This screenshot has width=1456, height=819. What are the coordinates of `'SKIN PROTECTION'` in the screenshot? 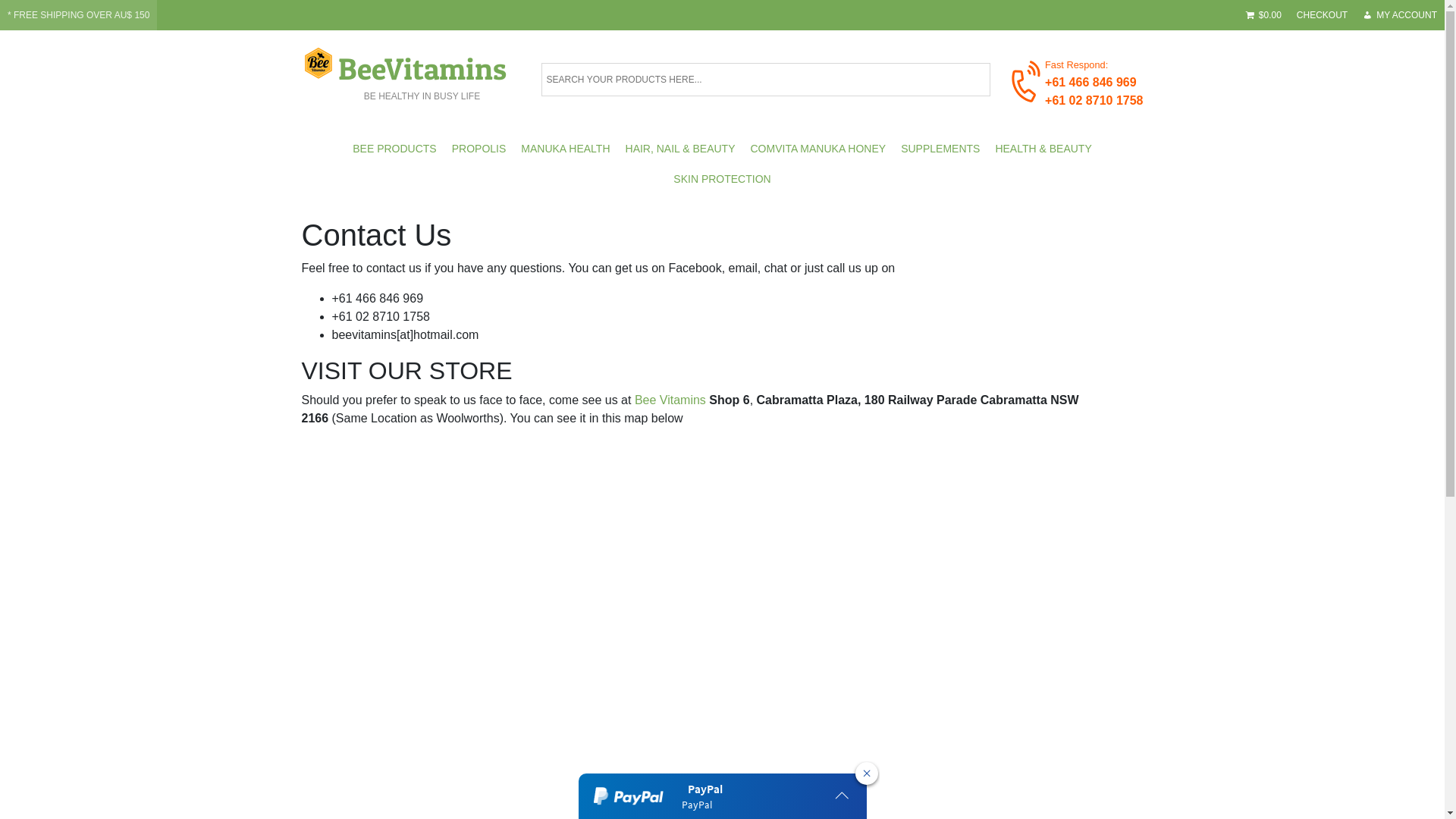 It's located at (720, 177).